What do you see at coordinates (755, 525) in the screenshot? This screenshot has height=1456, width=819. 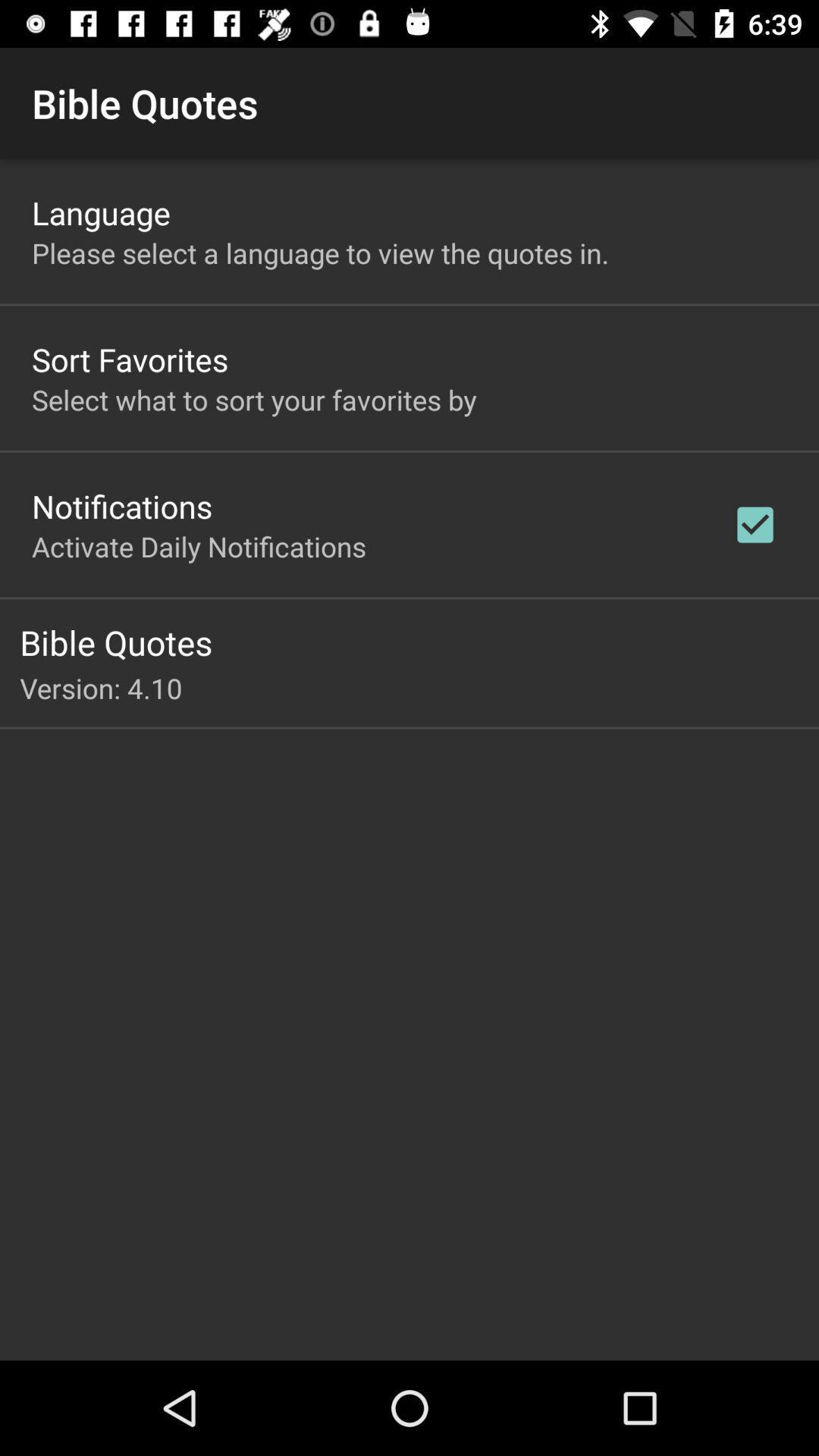 I see `the item next to activate daily notifications icon` at bounding box center [755, 525].